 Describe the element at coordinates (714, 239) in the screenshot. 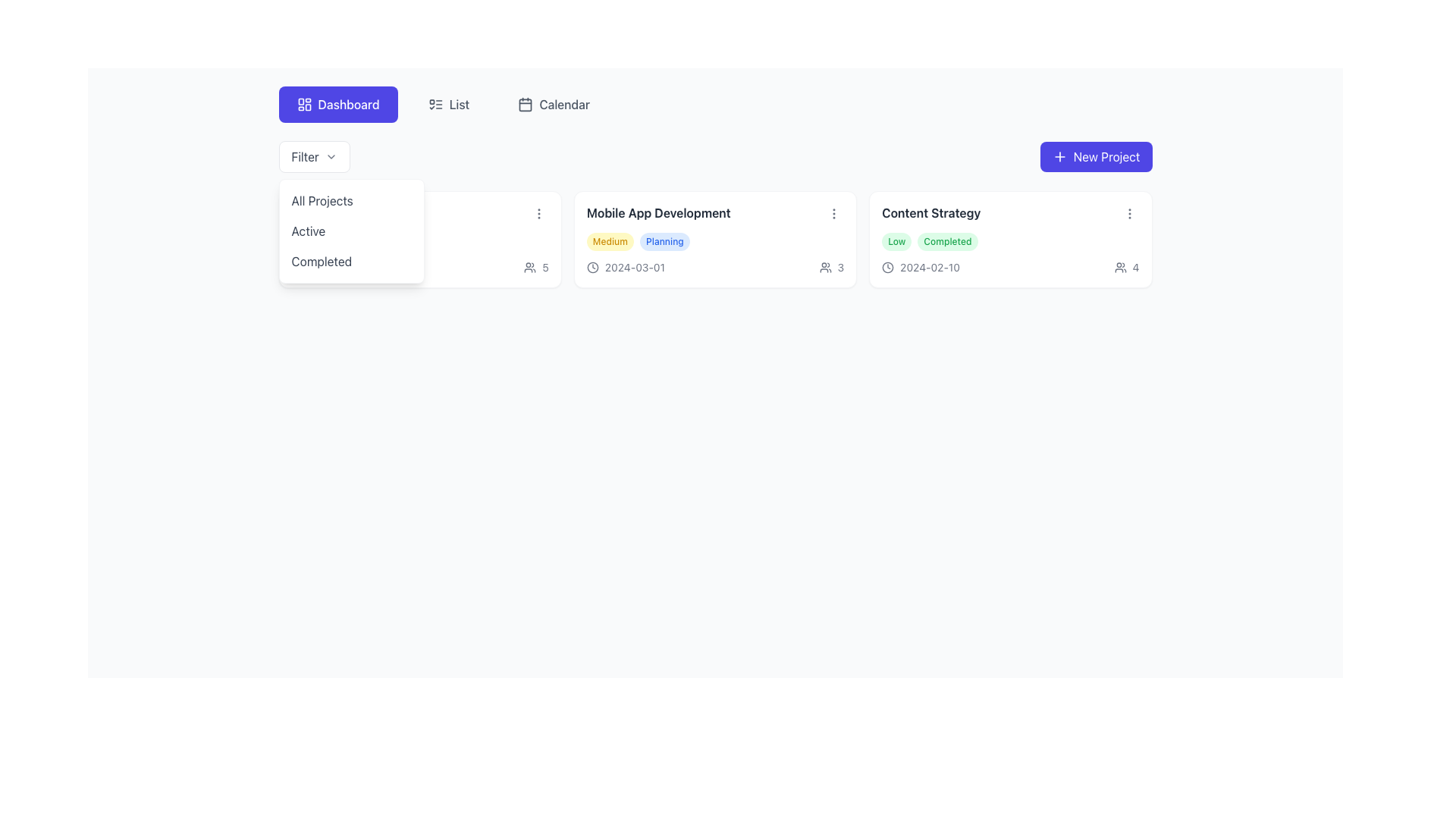

I see `the Informational Card that provides an overview of a project or task, located` at that location.